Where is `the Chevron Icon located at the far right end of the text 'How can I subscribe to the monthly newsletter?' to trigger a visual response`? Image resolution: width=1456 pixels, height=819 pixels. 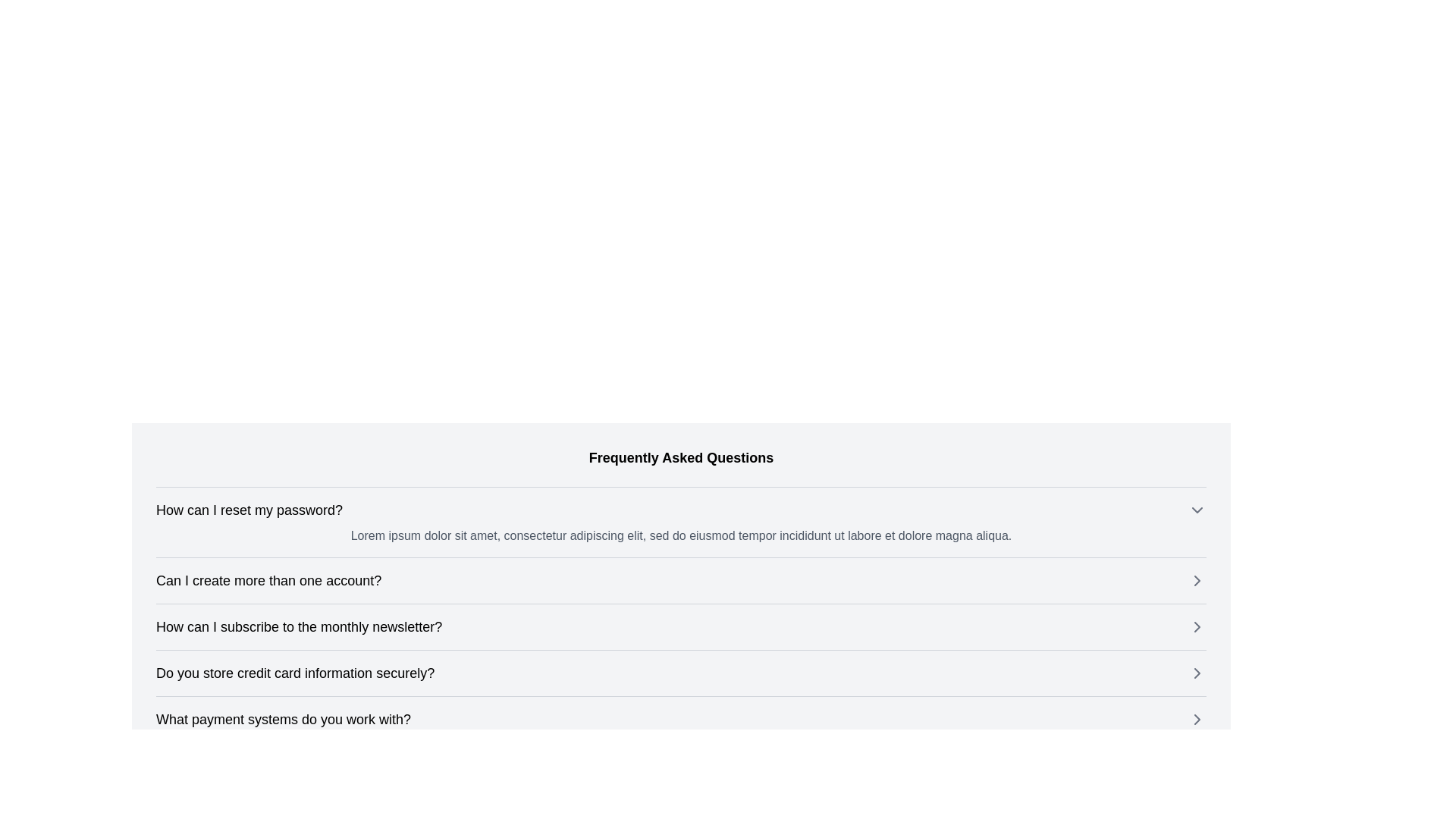
the Chevron Icon located at the far right end of the text 'How can I subscribe to the monthly newsletter?' to trigger a visual response is located at coordinates (1197, 626).